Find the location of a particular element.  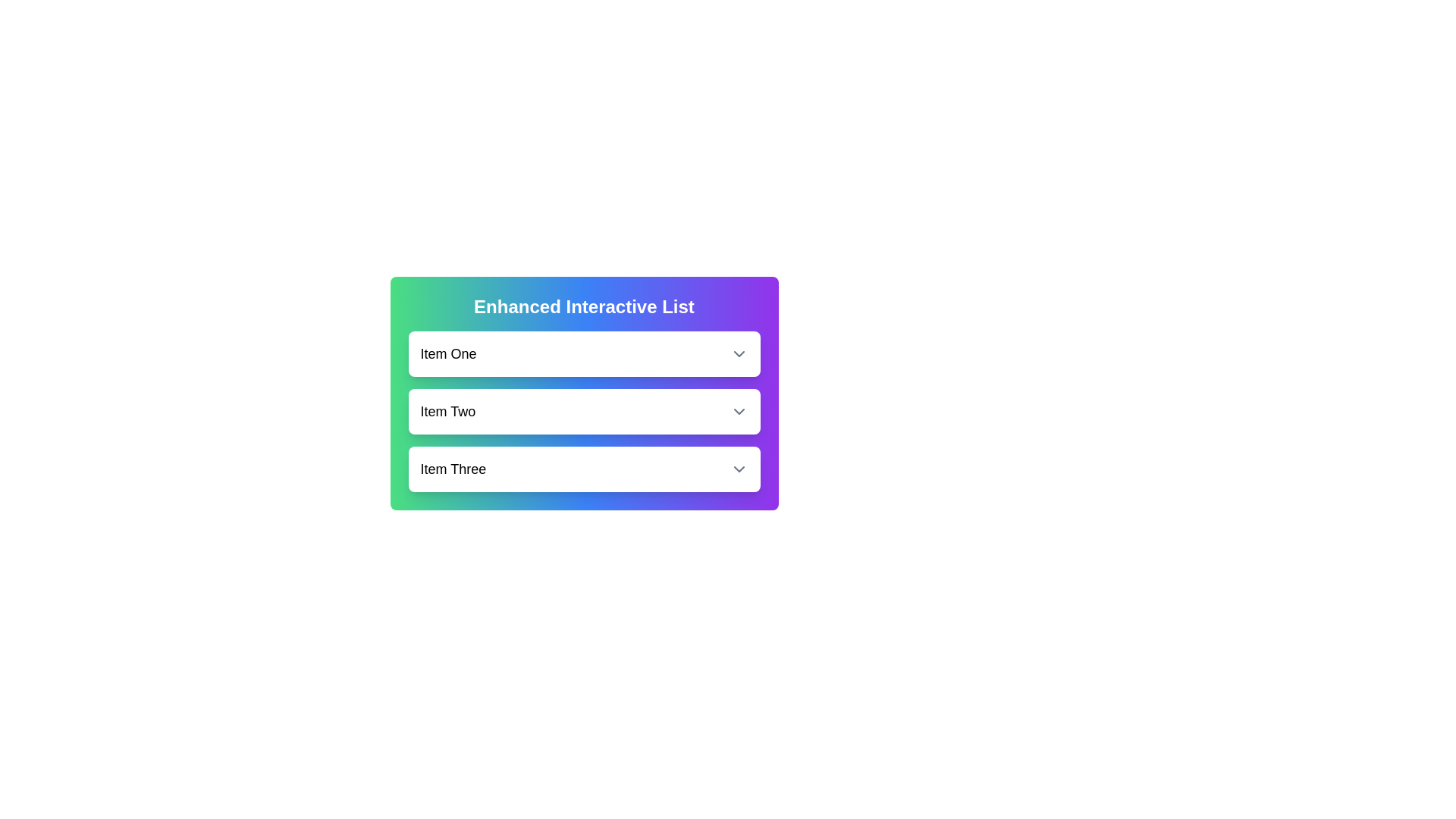

the Chevron icon in the dropdown menu is located at coordinates (739, 412).